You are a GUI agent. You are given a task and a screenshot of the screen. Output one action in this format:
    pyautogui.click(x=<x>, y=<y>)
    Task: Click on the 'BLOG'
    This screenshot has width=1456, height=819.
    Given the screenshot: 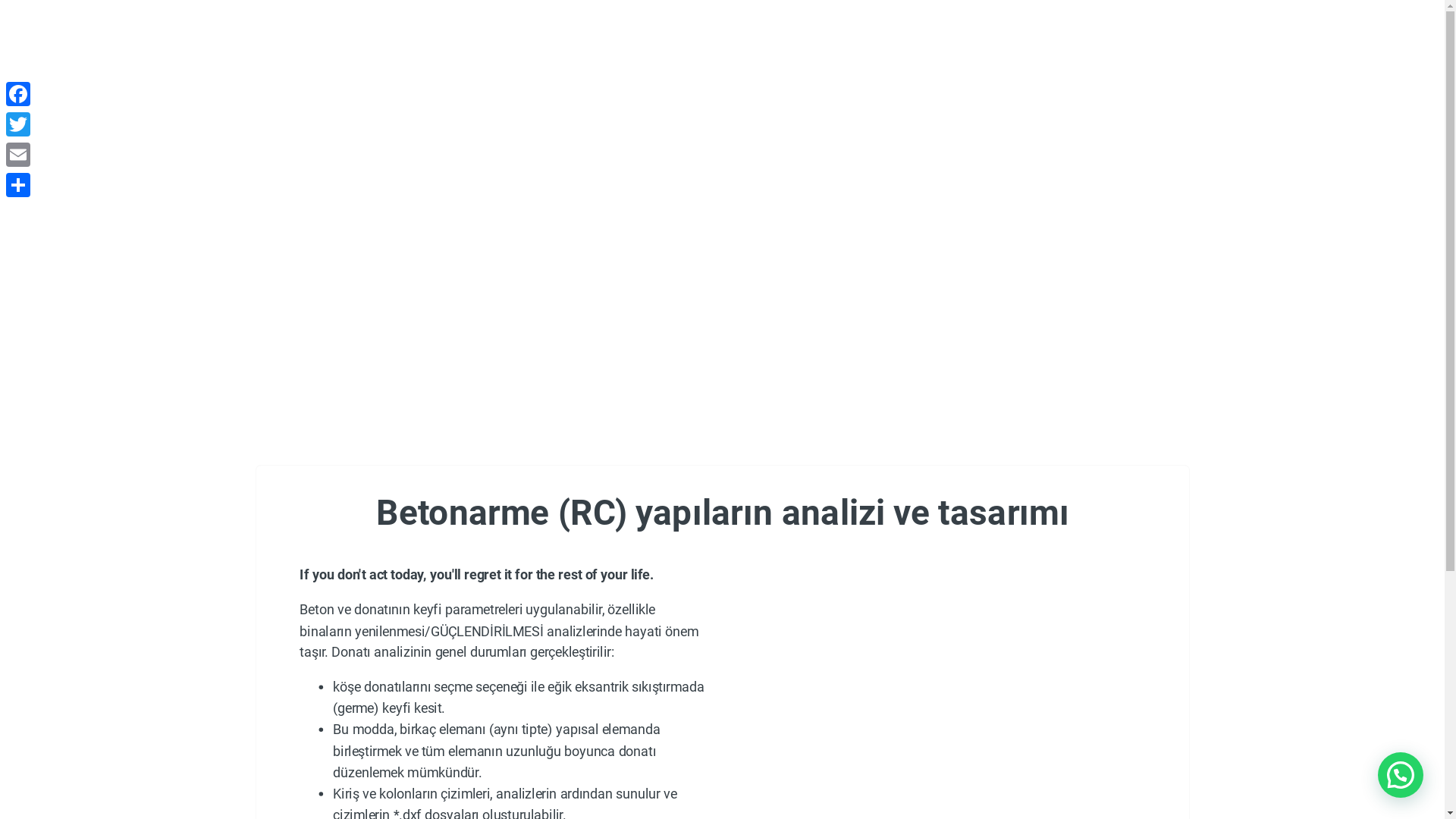 What is the action you would take?
    pyautogui.click(x=947, y=62)
    